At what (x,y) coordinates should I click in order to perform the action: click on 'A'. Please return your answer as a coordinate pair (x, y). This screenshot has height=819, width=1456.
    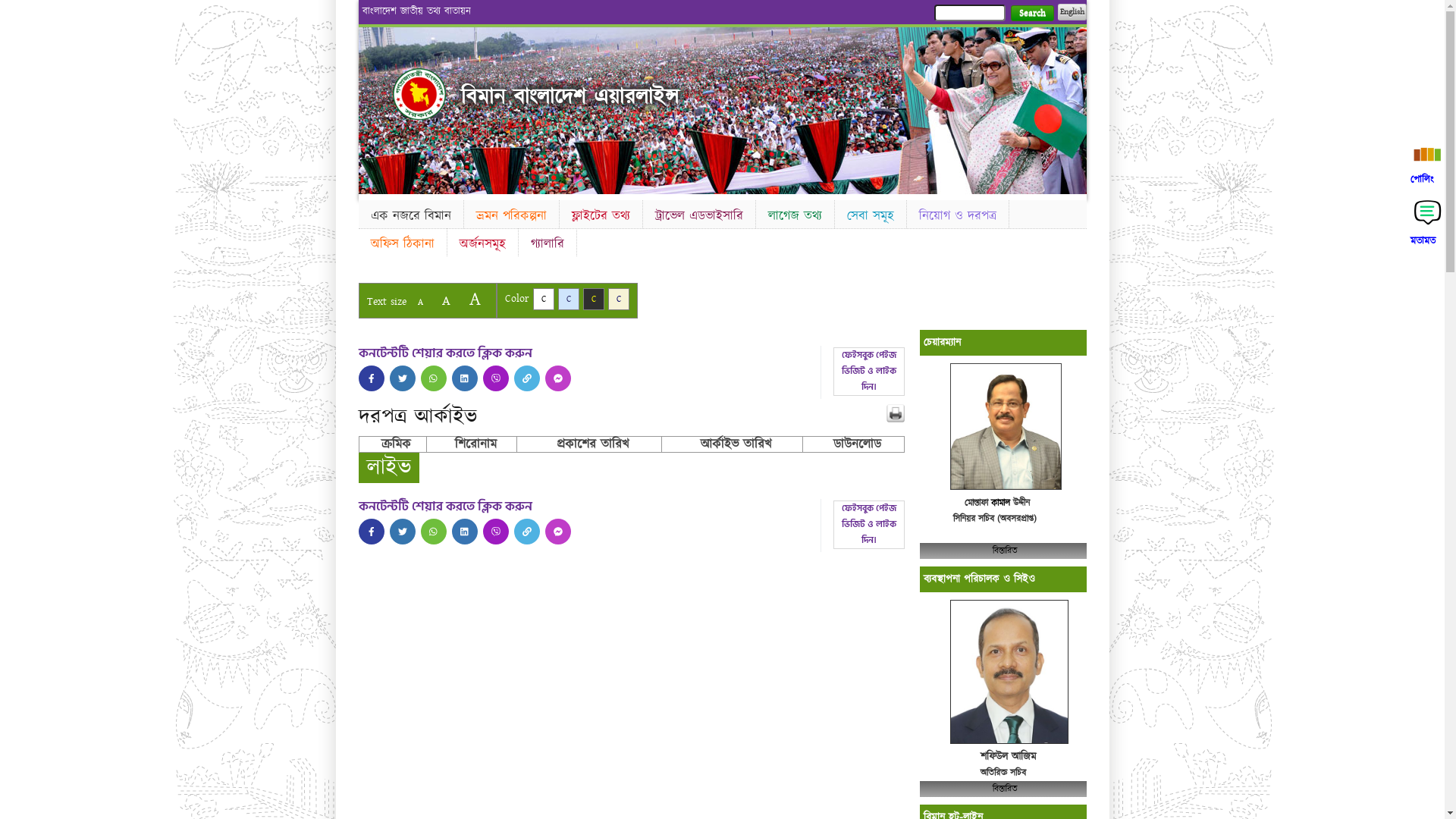
    Looking at the image, I should click on (444, 300).